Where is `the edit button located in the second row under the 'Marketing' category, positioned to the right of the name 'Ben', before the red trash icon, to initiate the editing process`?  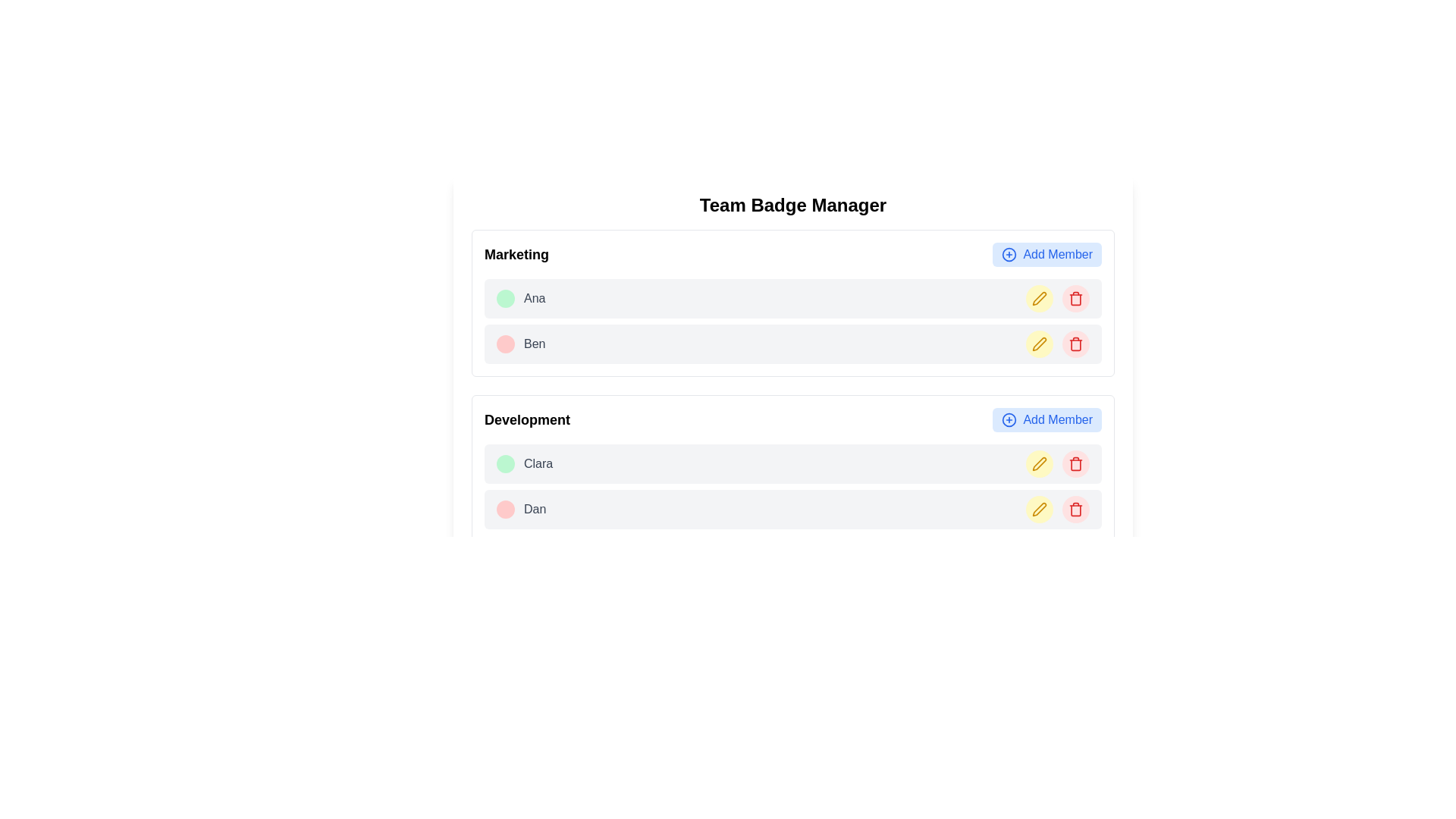 the edit button located in the second row under the 'Marketing' category, positioned to the right of the name 'Ben', before the red trash icon, to initiate the editing process is located at coordinates (1039, 344).